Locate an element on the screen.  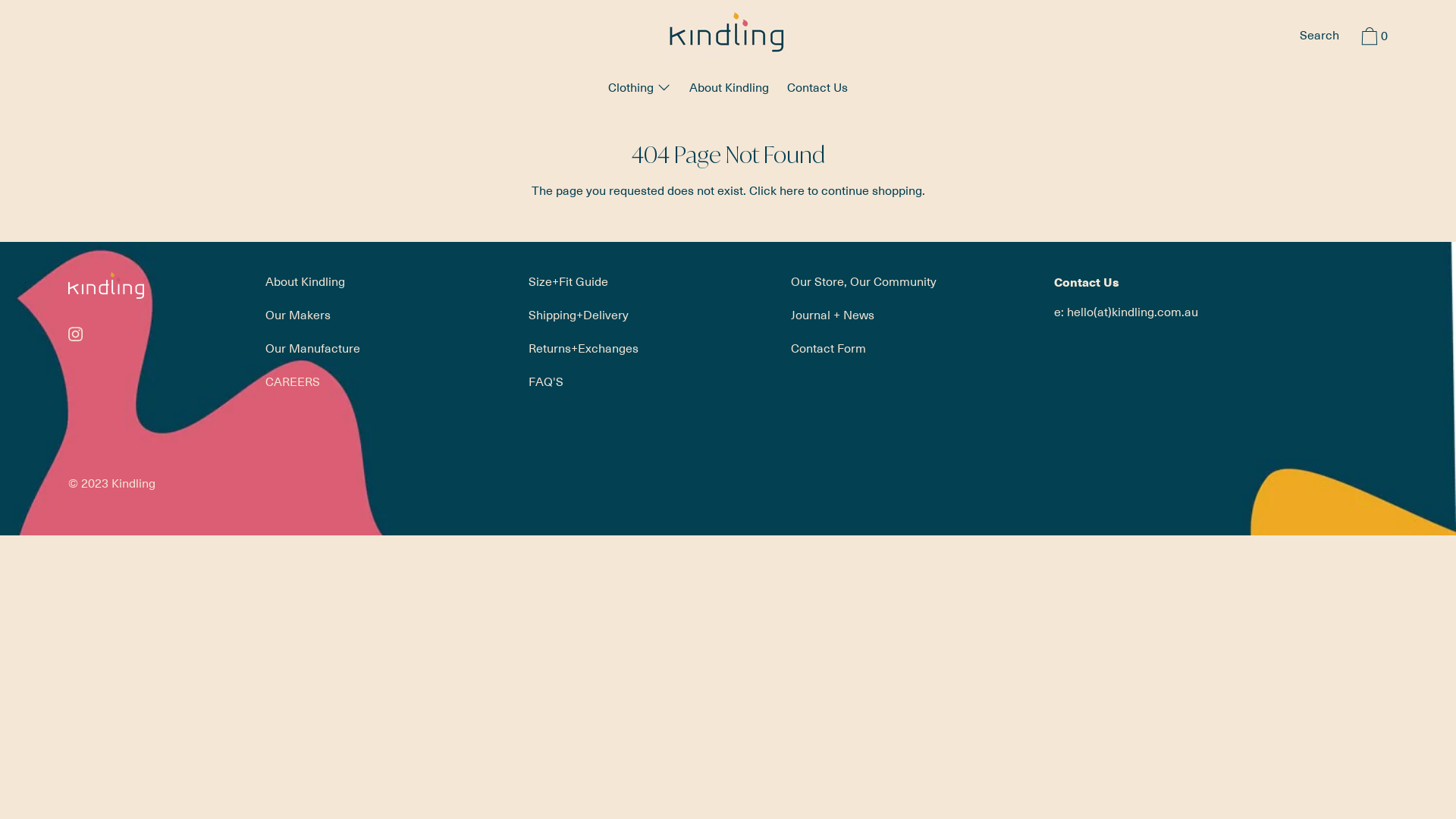
'Our Store, Our Community' is located at coordinates (863, 281).